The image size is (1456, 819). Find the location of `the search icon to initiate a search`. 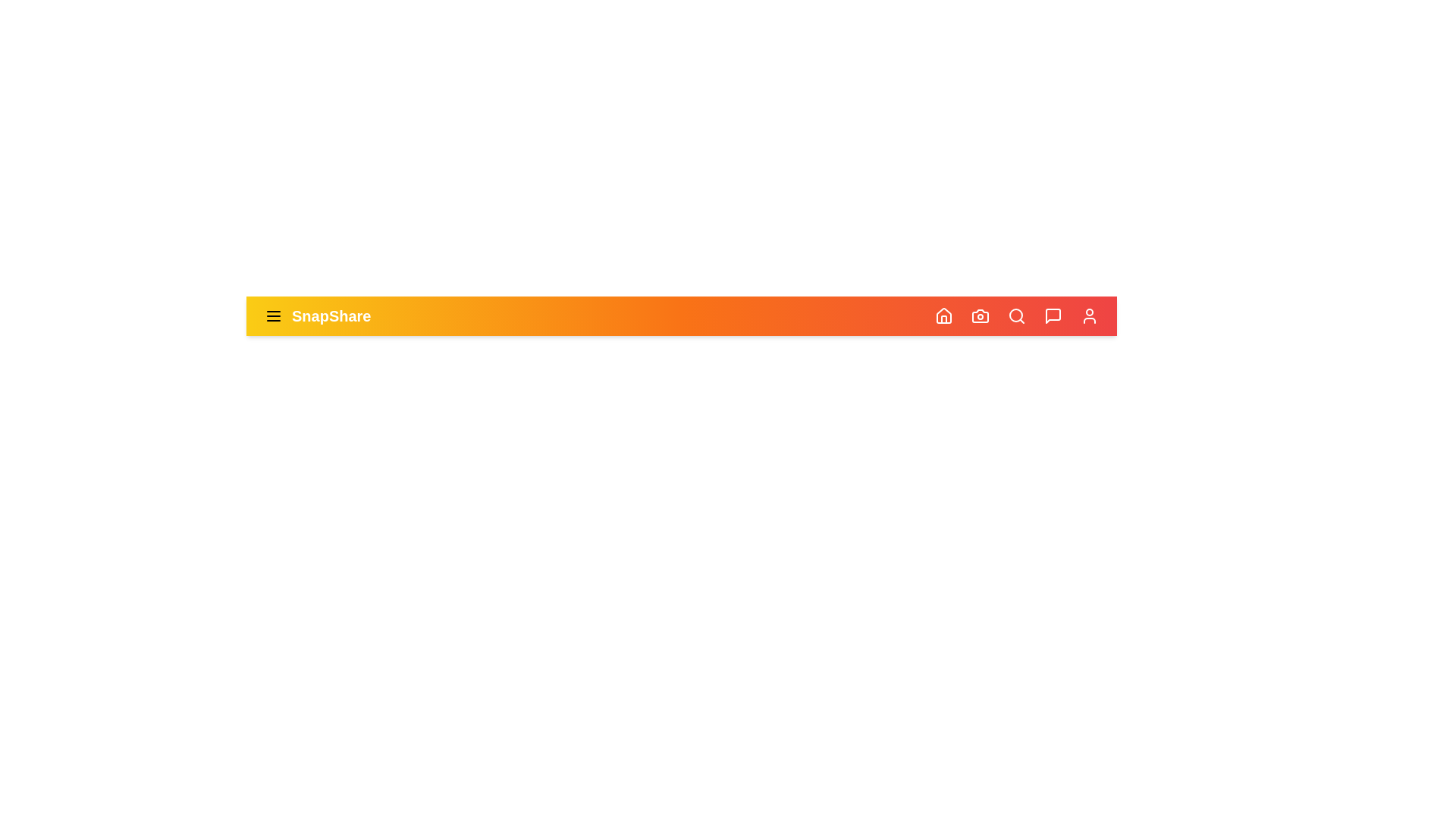

the search icon to initiate a search is located at coordinates (1016, 315).